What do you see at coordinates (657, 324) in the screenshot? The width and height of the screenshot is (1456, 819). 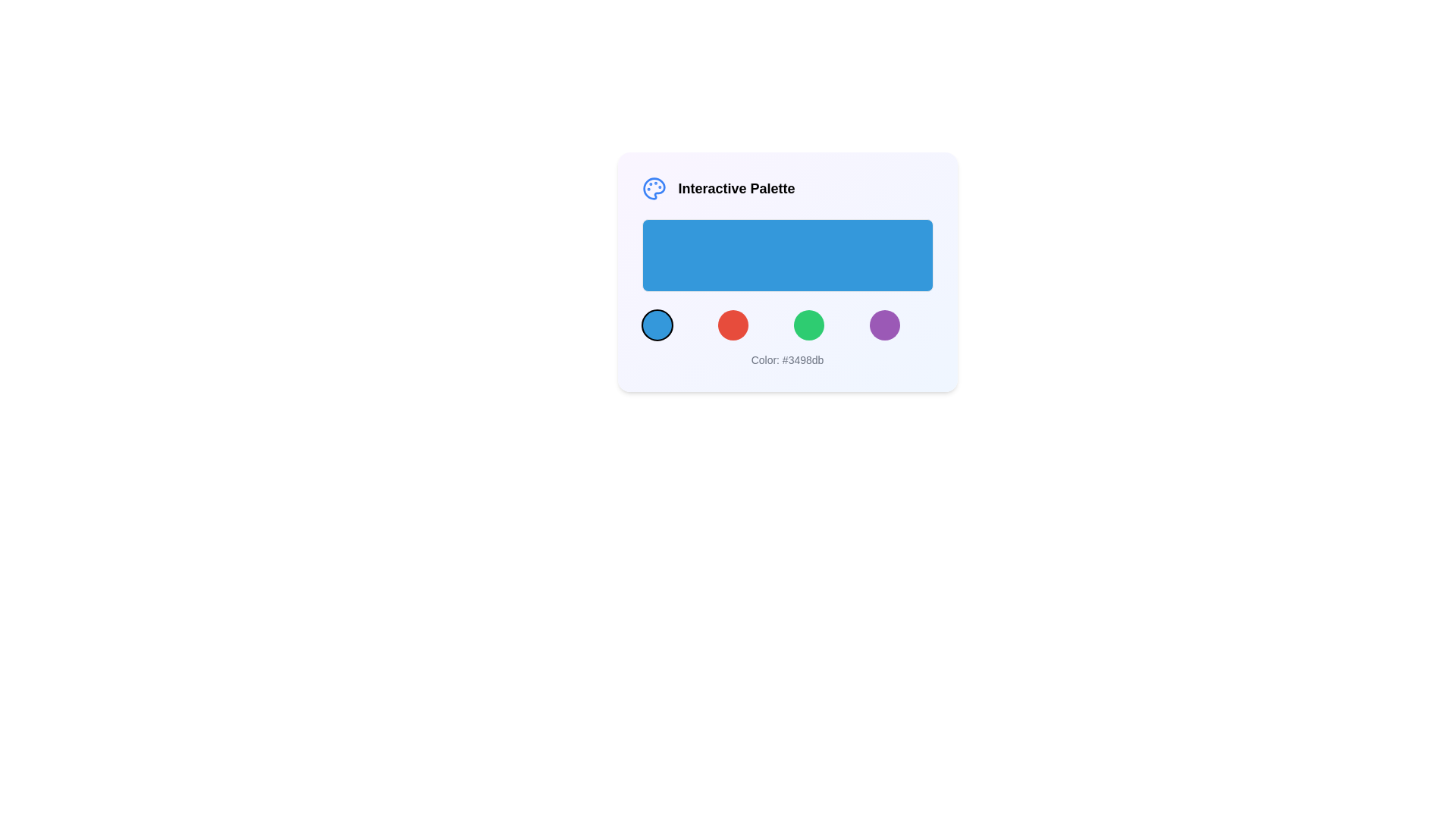 I see `the first circular button with a blue interior and a black border located beneath the blue rectangular area labeled 'Color: #3498db' using the navigation keys for interaction` at bounding box center [657, 324].